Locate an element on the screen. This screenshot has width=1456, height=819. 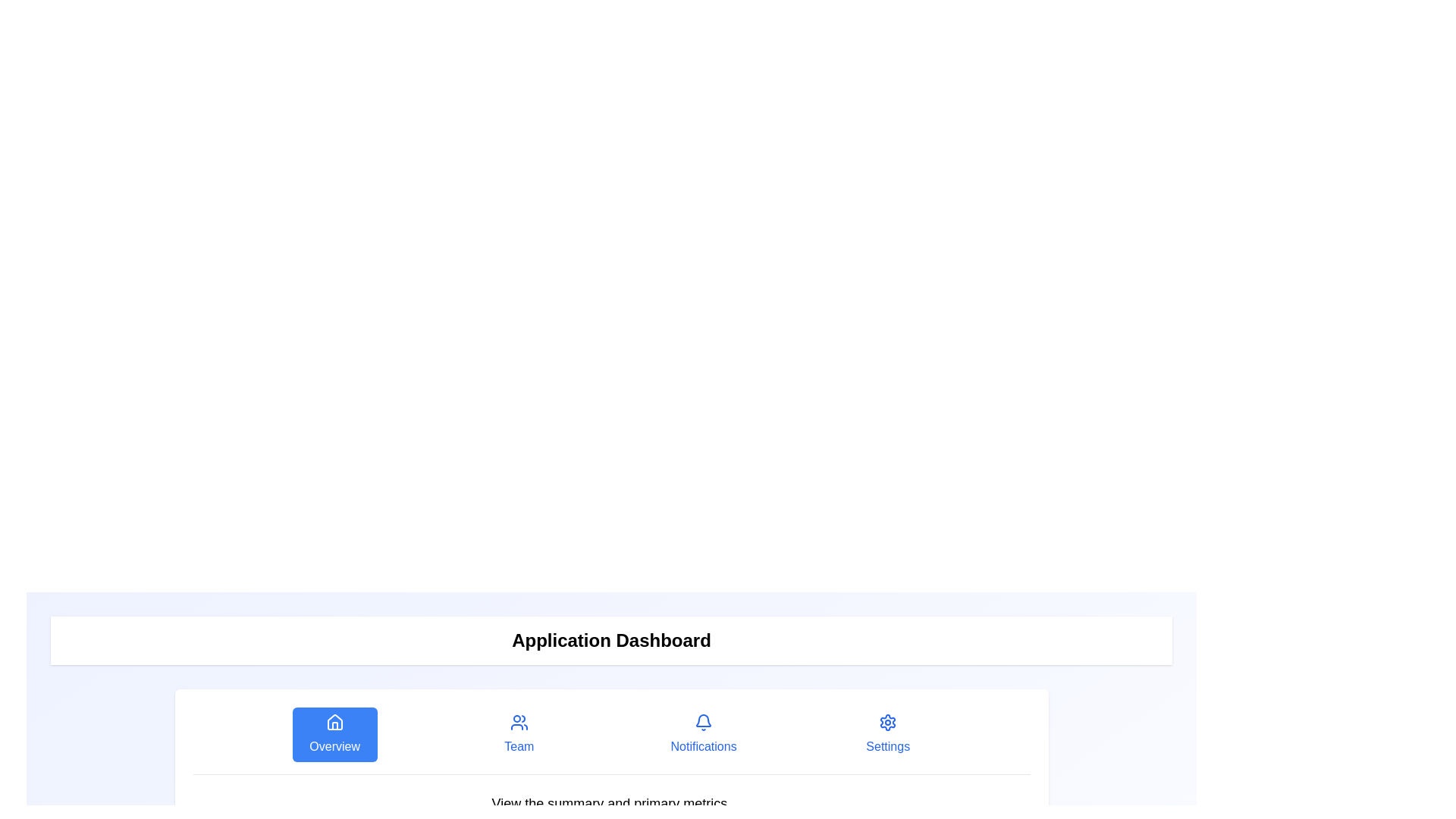
the gear icon located at the far right of the horizontal navigation bar is located at coordinates (888, 721).